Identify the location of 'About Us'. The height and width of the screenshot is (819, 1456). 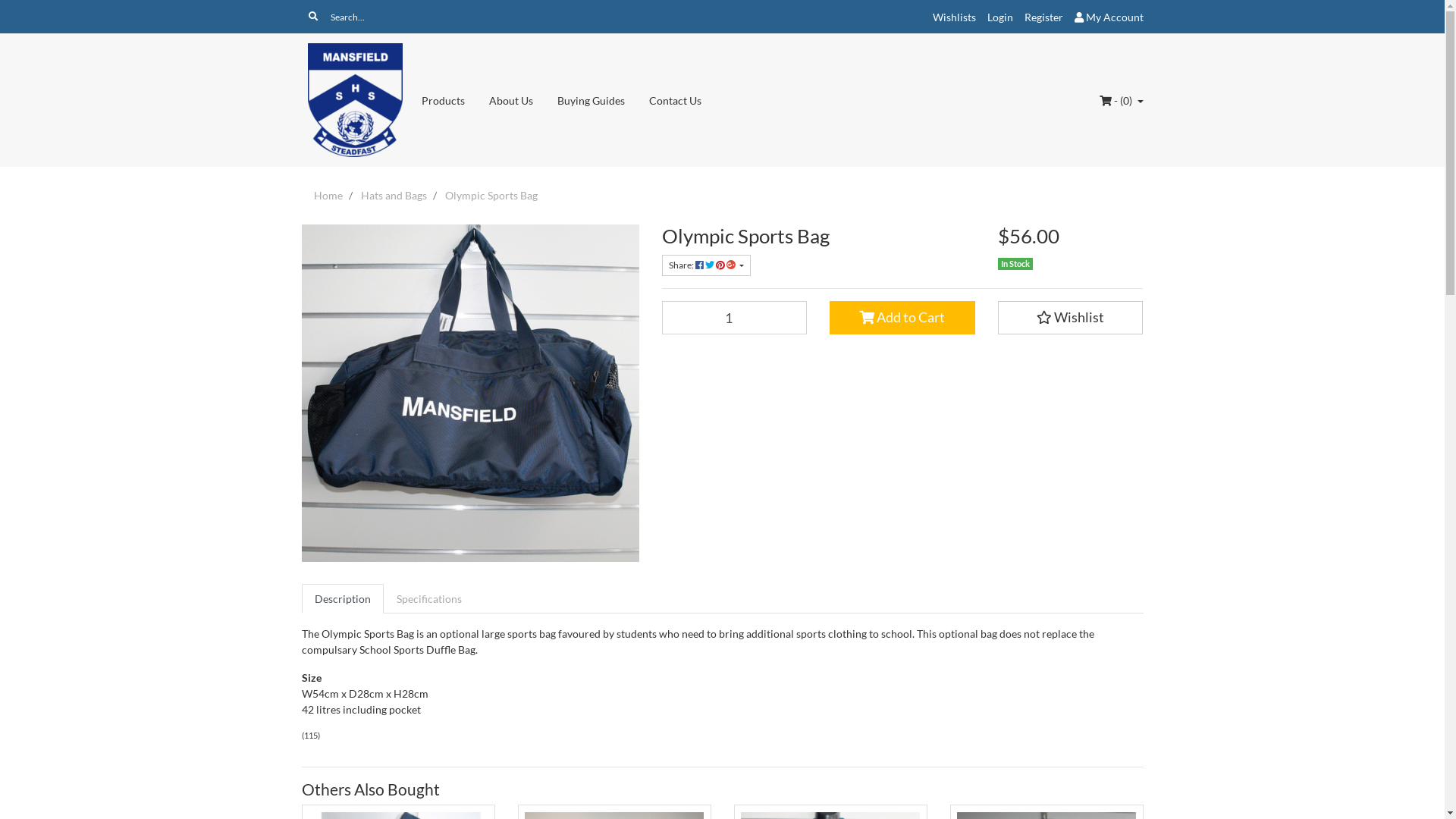
(510, 100).